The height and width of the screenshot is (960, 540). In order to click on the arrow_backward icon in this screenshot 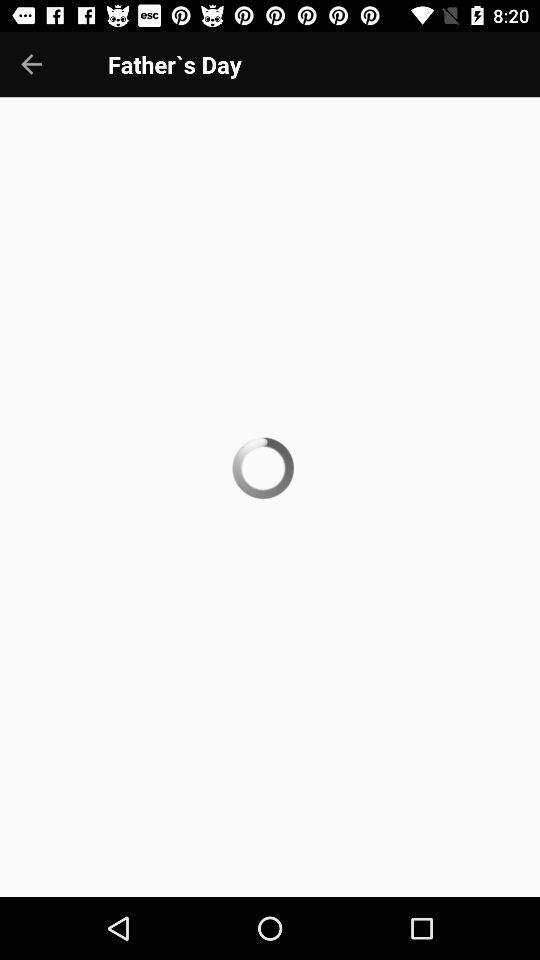, I will do `click(54, 64)`.